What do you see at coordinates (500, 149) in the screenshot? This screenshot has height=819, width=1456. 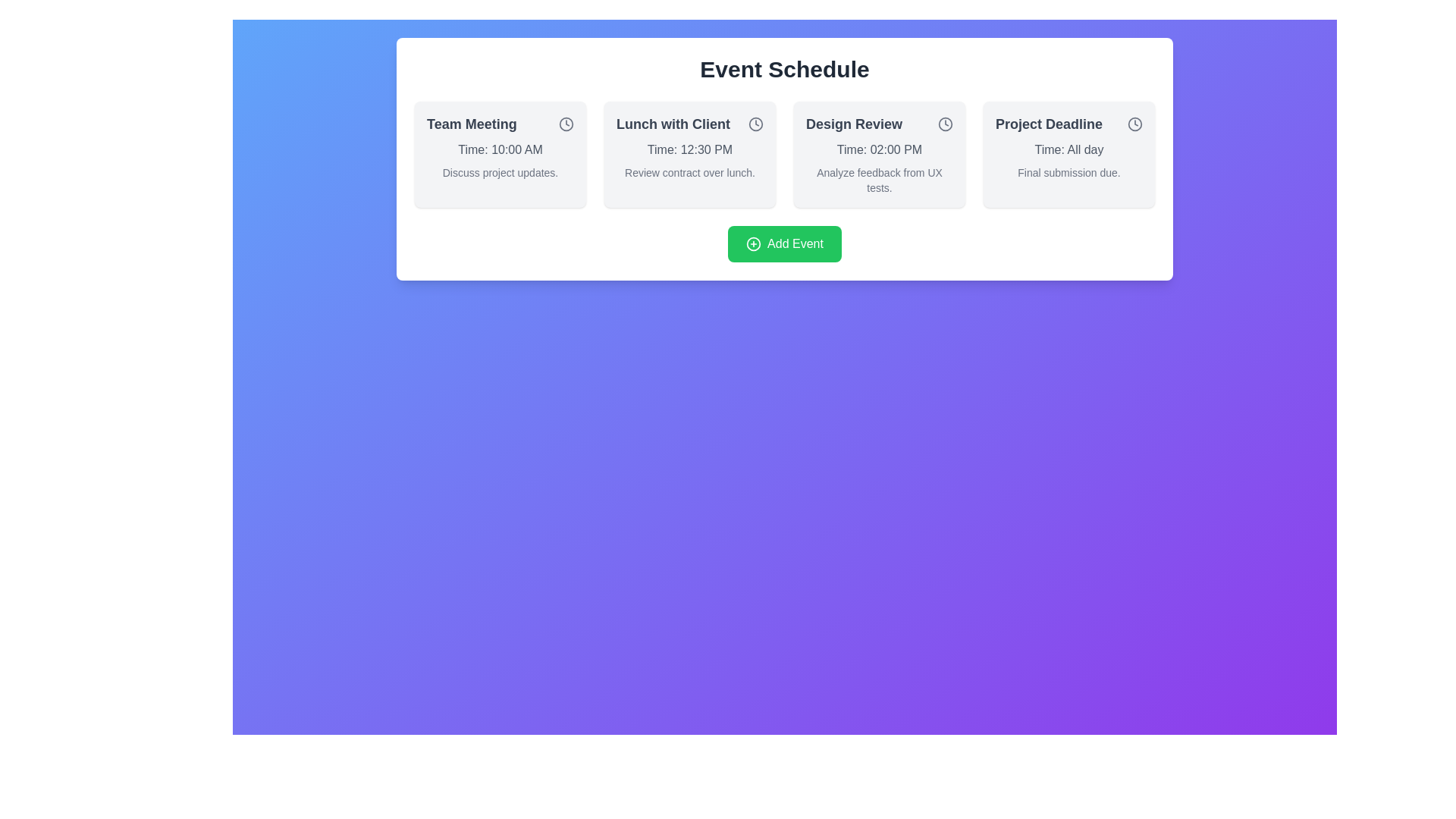 I see `the text label displaying 'Time: 10:00 AM' in gray, located within the card labeled 'Team Meeting', positioned directly below the title` at bounding box center [500, 149].